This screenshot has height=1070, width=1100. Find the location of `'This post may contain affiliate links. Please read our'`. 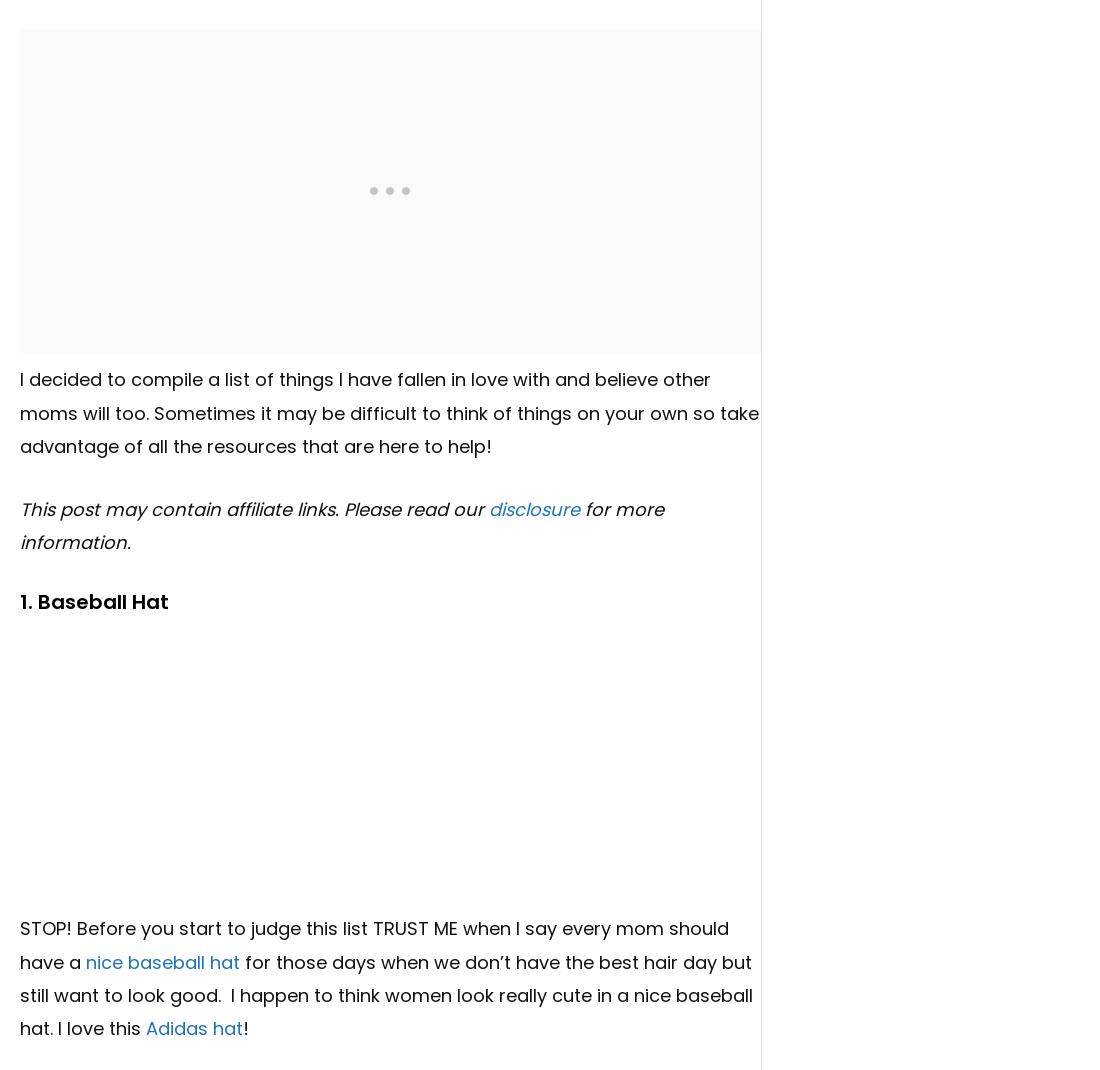

'This post may contain affiliate links. Please read our' is located at coordinates (254, 508).